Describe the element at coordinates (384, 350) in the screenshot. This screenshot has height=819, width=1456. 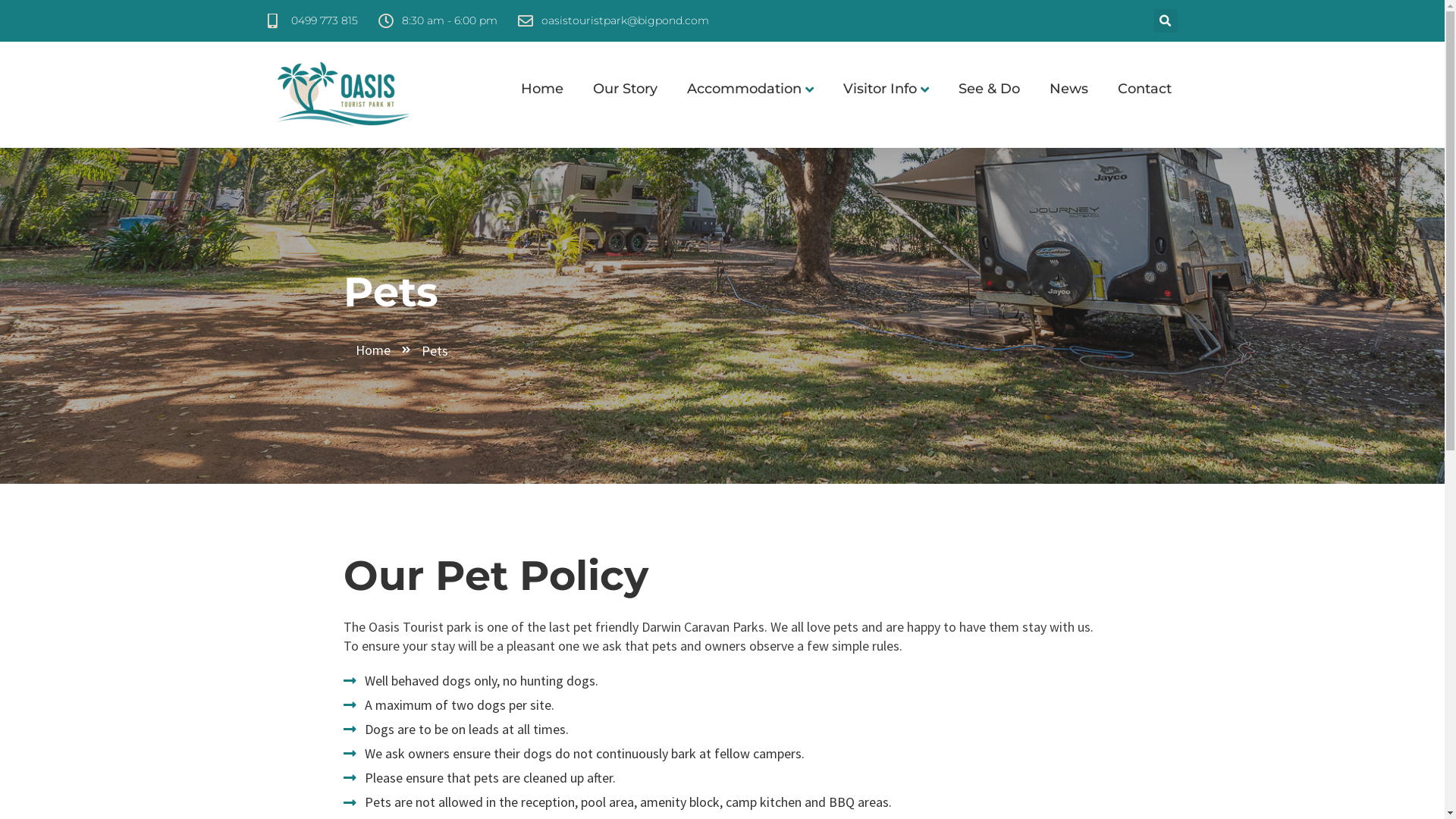
I see `'Home'` at that location.